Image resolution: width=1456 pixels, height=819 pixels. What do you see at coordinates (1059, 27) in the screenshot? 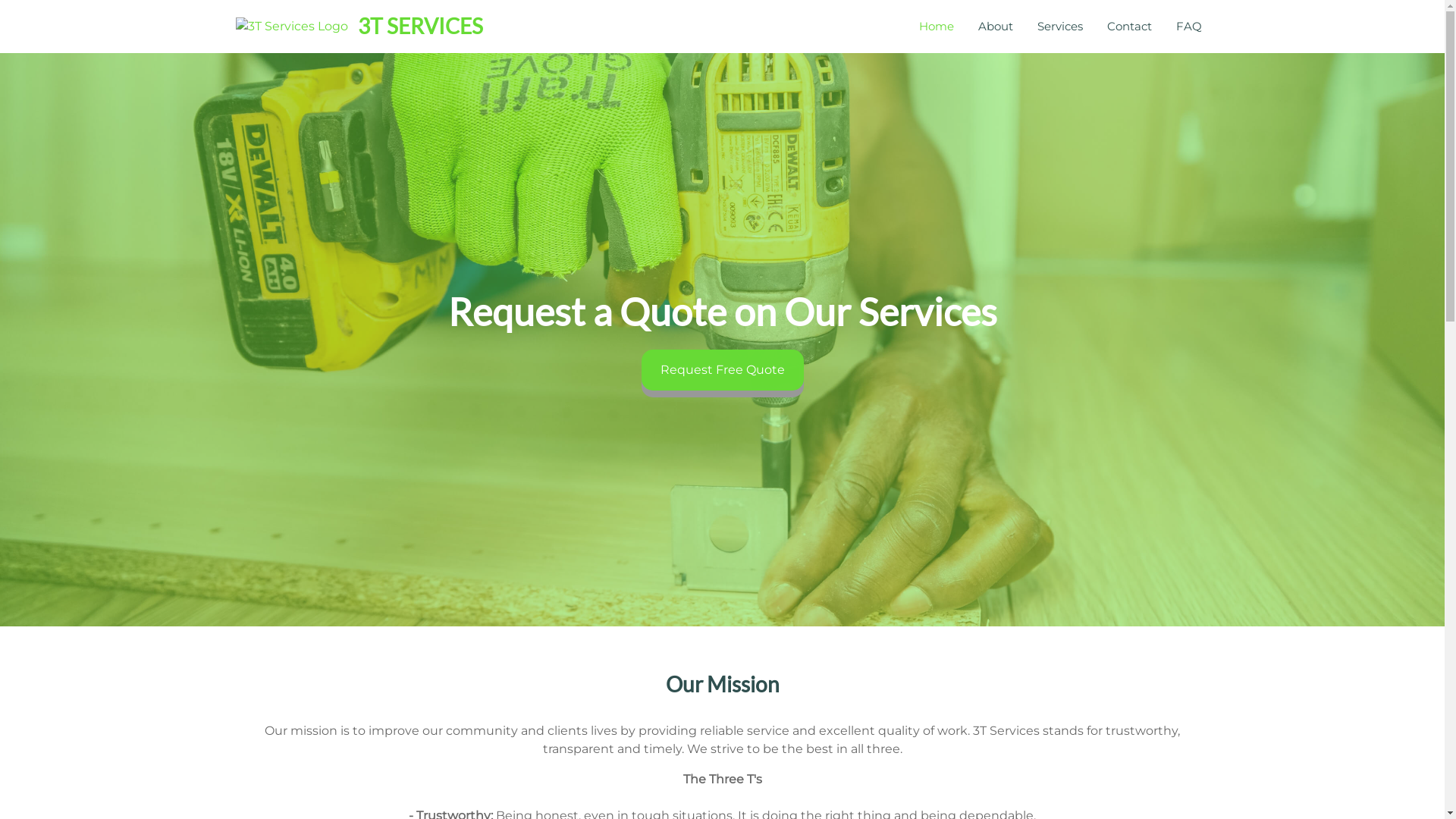
I see `'Services'` at bounding box center [1059, 27].